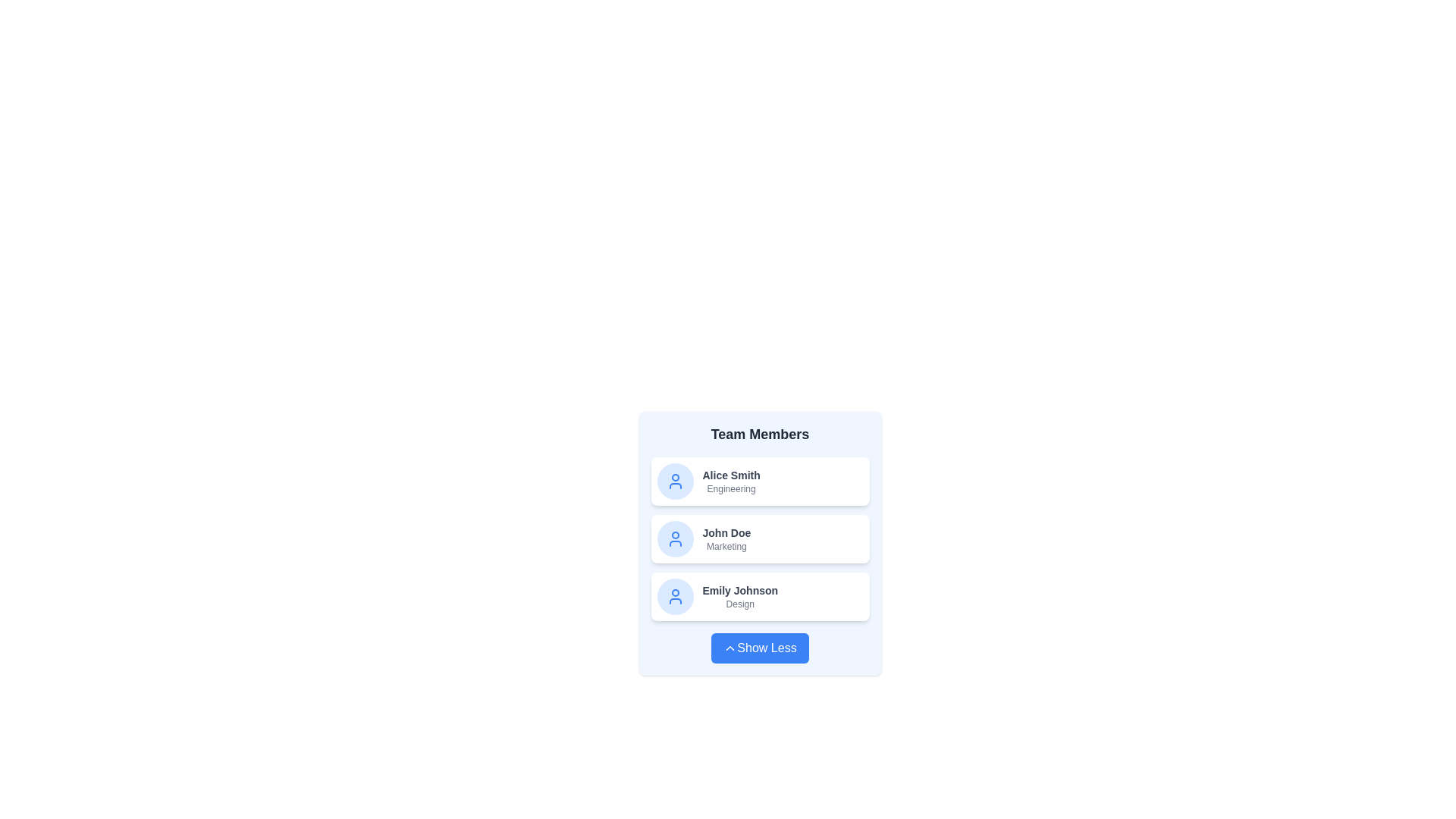 This screenshot has height=819, width=1456. I want to click on the label displaying the name and role of an individual in the first item of the 'Team Members' section, so click(731, 482).